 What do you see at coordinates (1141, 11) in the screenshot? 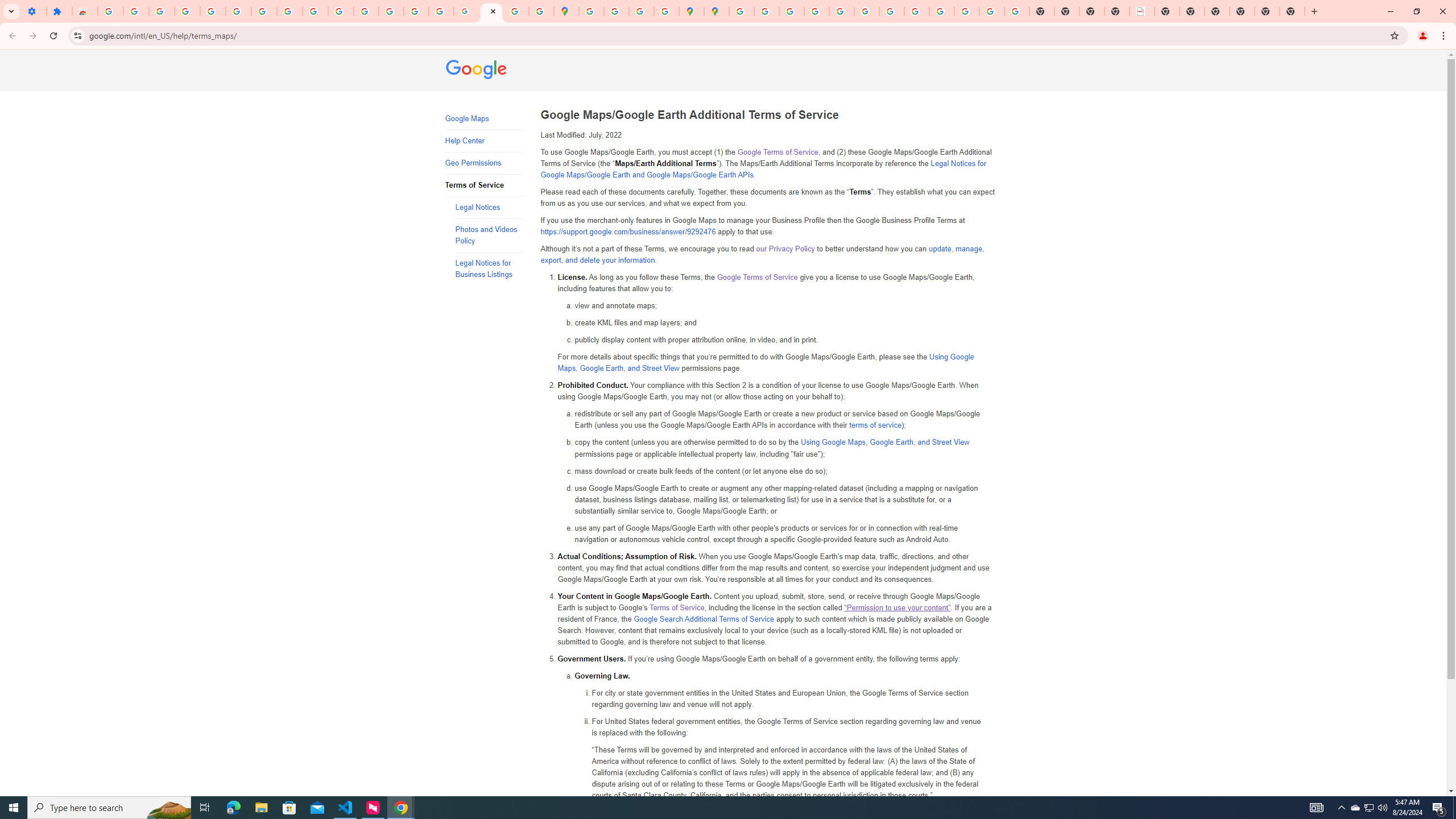
I see `'LAAD Defence & Security 2025 | BAE Systems'` at bounding box center [1141, 11].